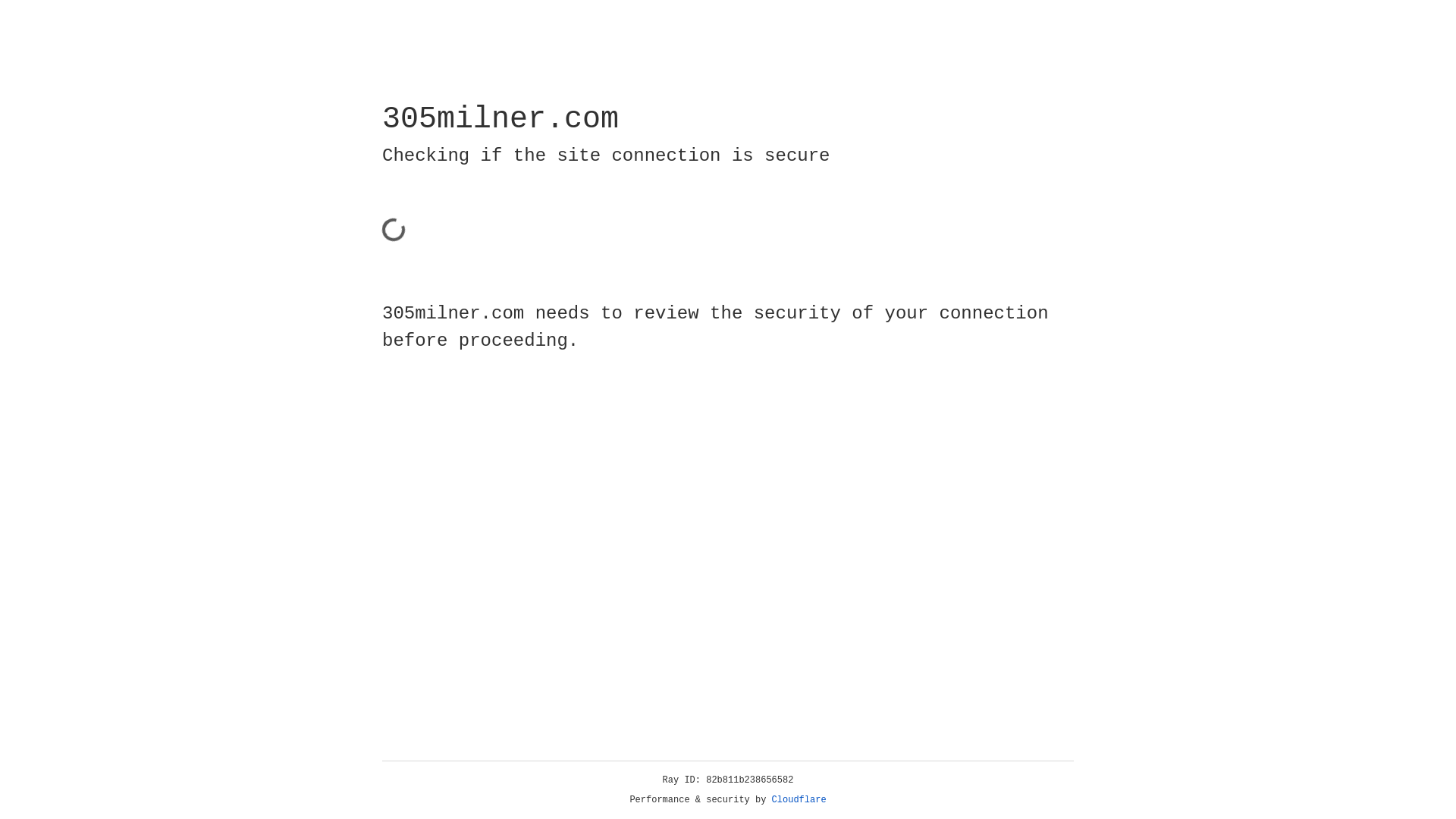  Describe the element at coordinates (771, 799) in the screenshot. I see `'Cloudflare'` at that location.